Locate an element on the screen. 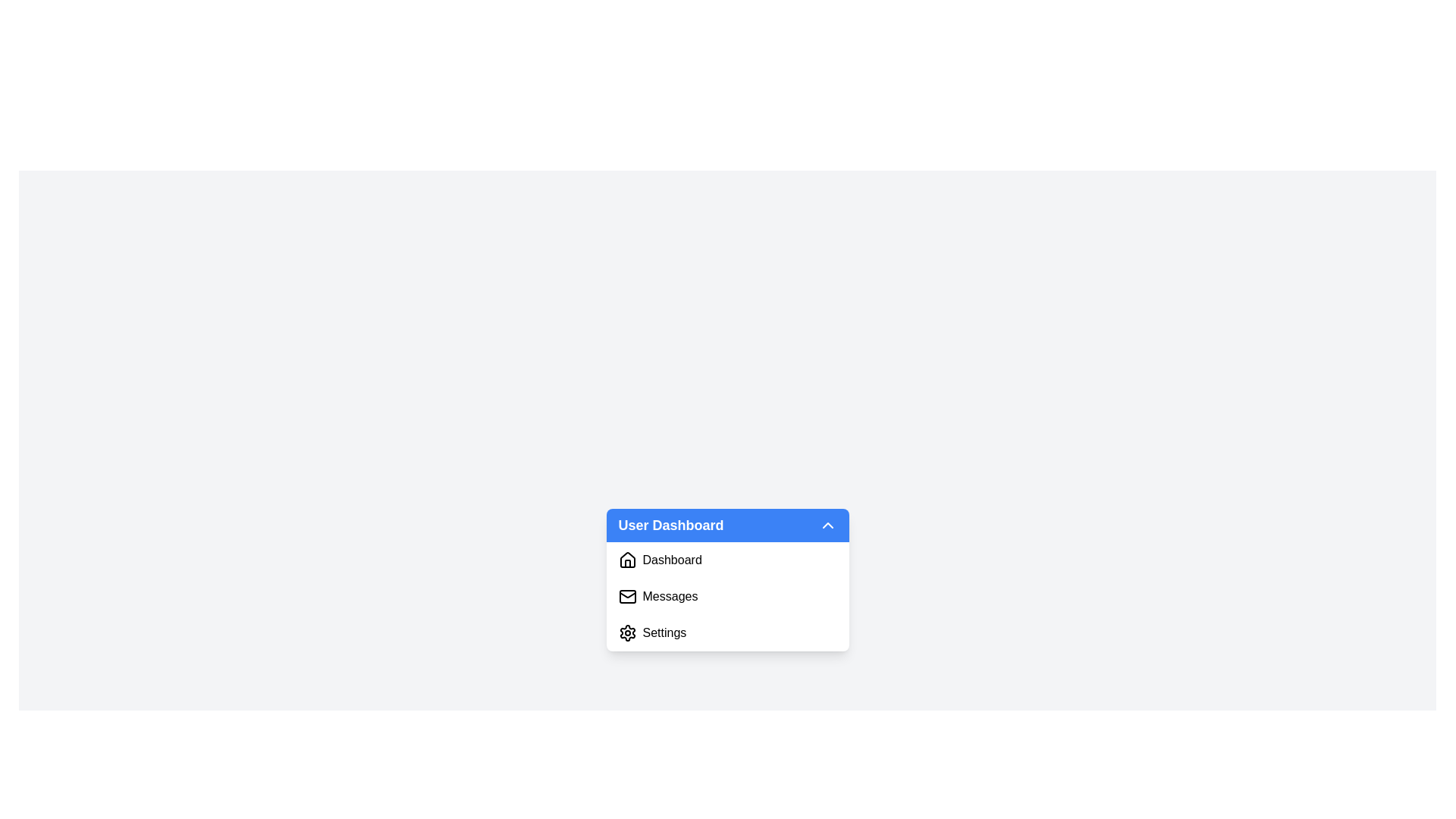 The width and height of the screenshot is (1456, 819). the black house-shaped icon located next to the 'Dashboard' label in the 'User Dashboard' dropdown menu is located at coordinates (627, 560).